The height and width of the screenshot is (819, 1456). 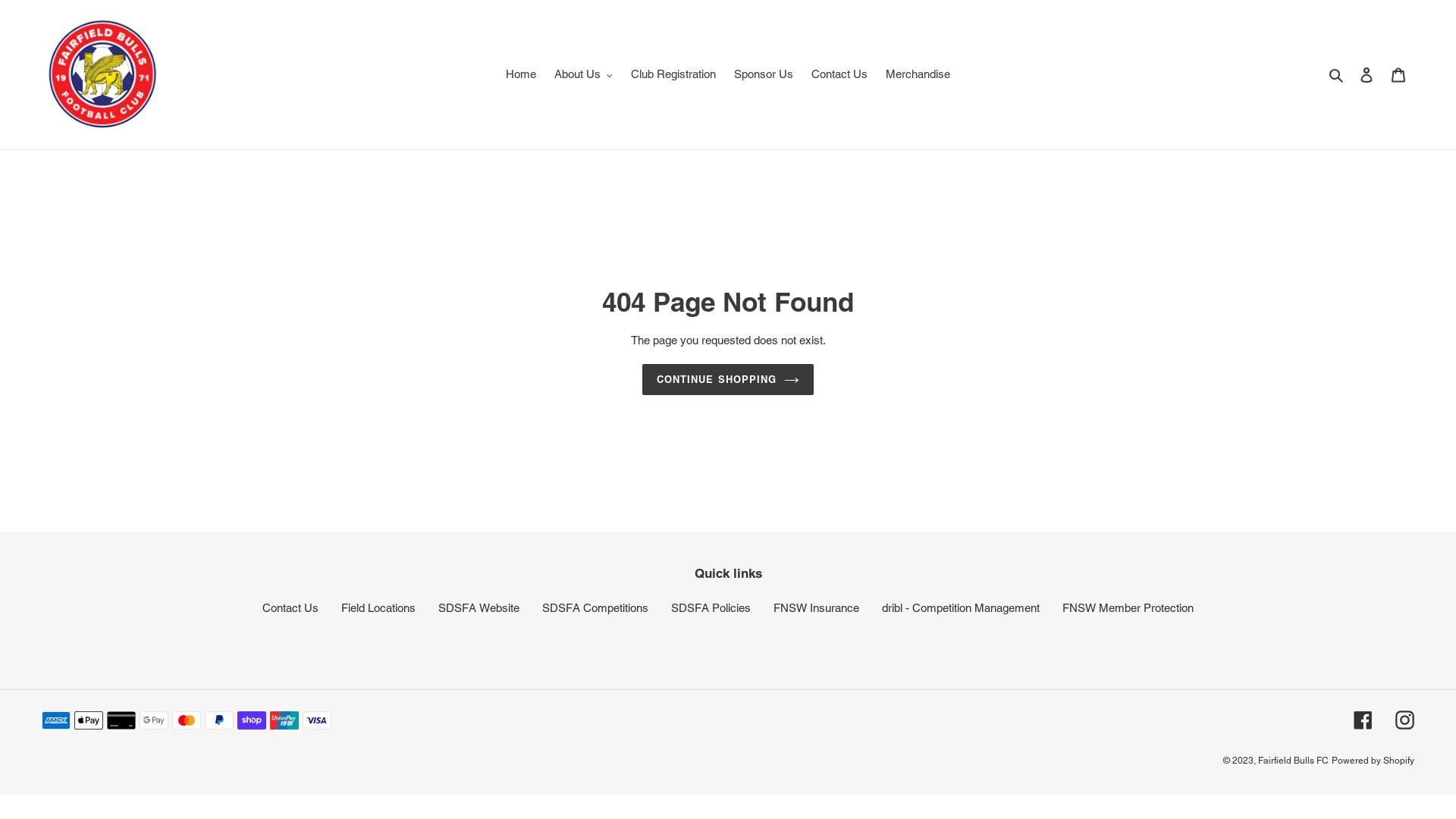 I want to click on 'Club Registration', so click(x=673, y=74).